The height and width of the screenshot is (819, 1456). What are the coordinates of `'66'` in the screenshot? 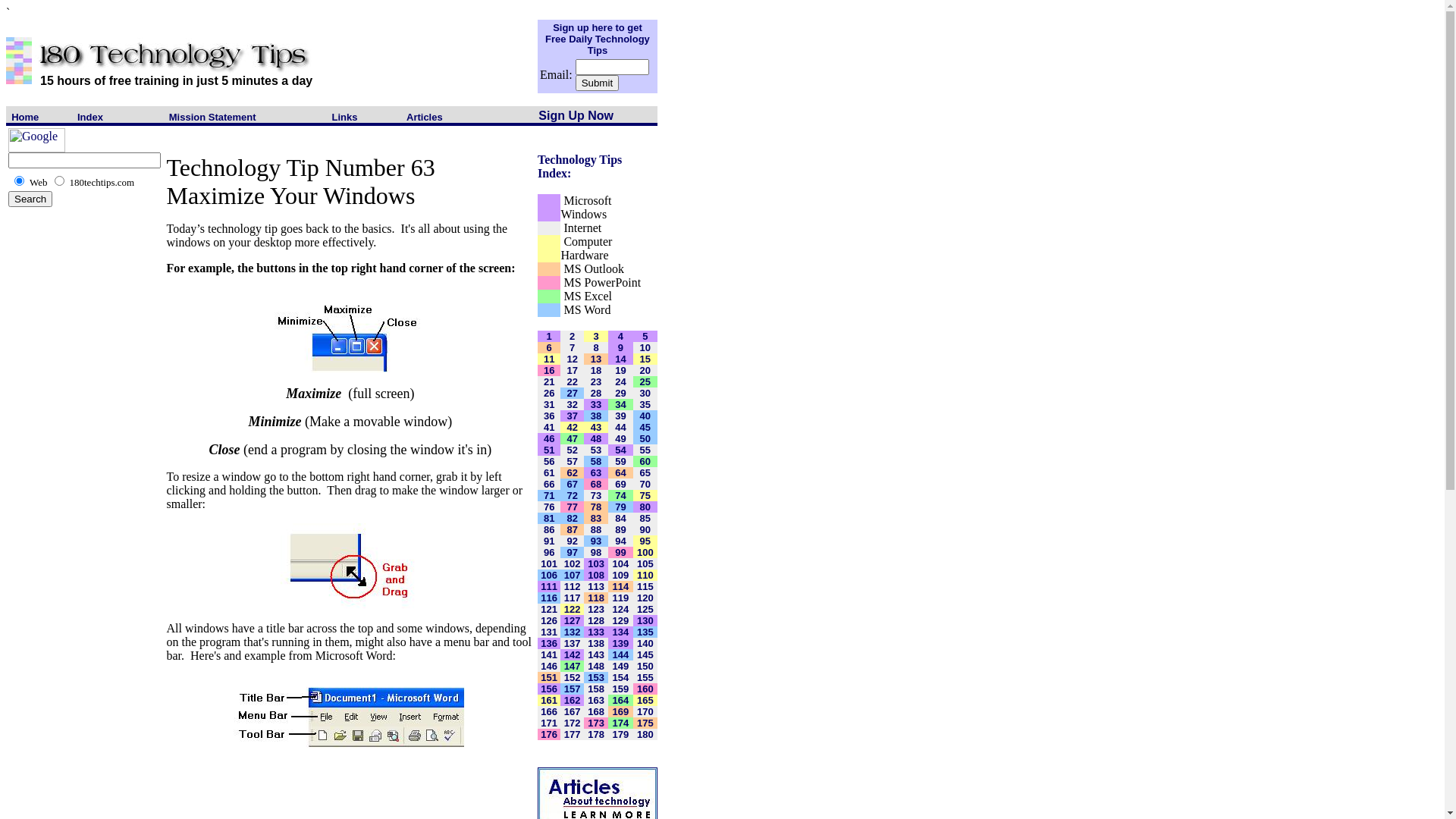 It's located at (548, 484).